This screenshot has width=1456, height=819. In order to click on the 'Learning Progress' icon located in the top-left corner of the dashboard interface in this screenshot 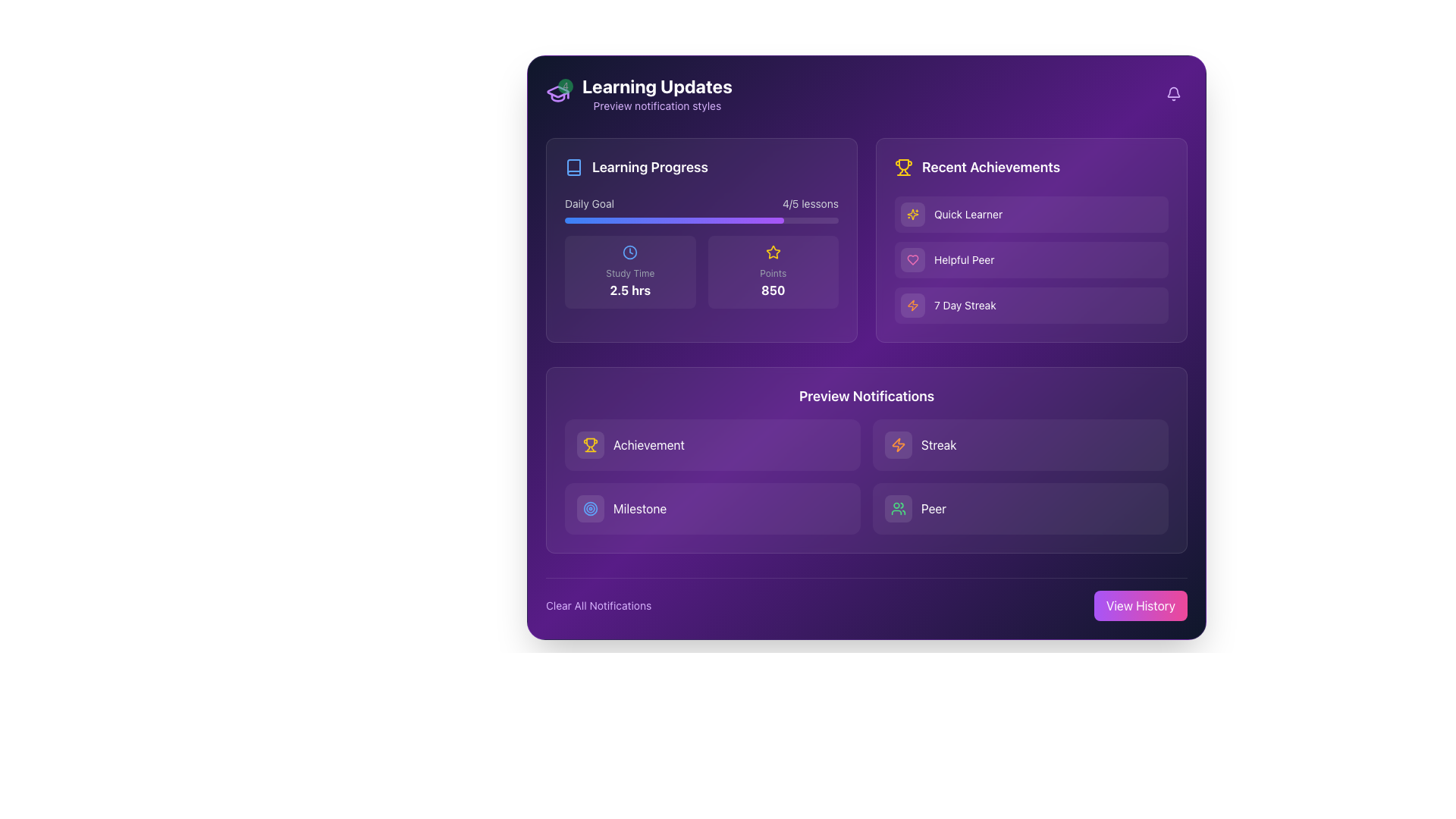, I will do `click(573, 167)`.